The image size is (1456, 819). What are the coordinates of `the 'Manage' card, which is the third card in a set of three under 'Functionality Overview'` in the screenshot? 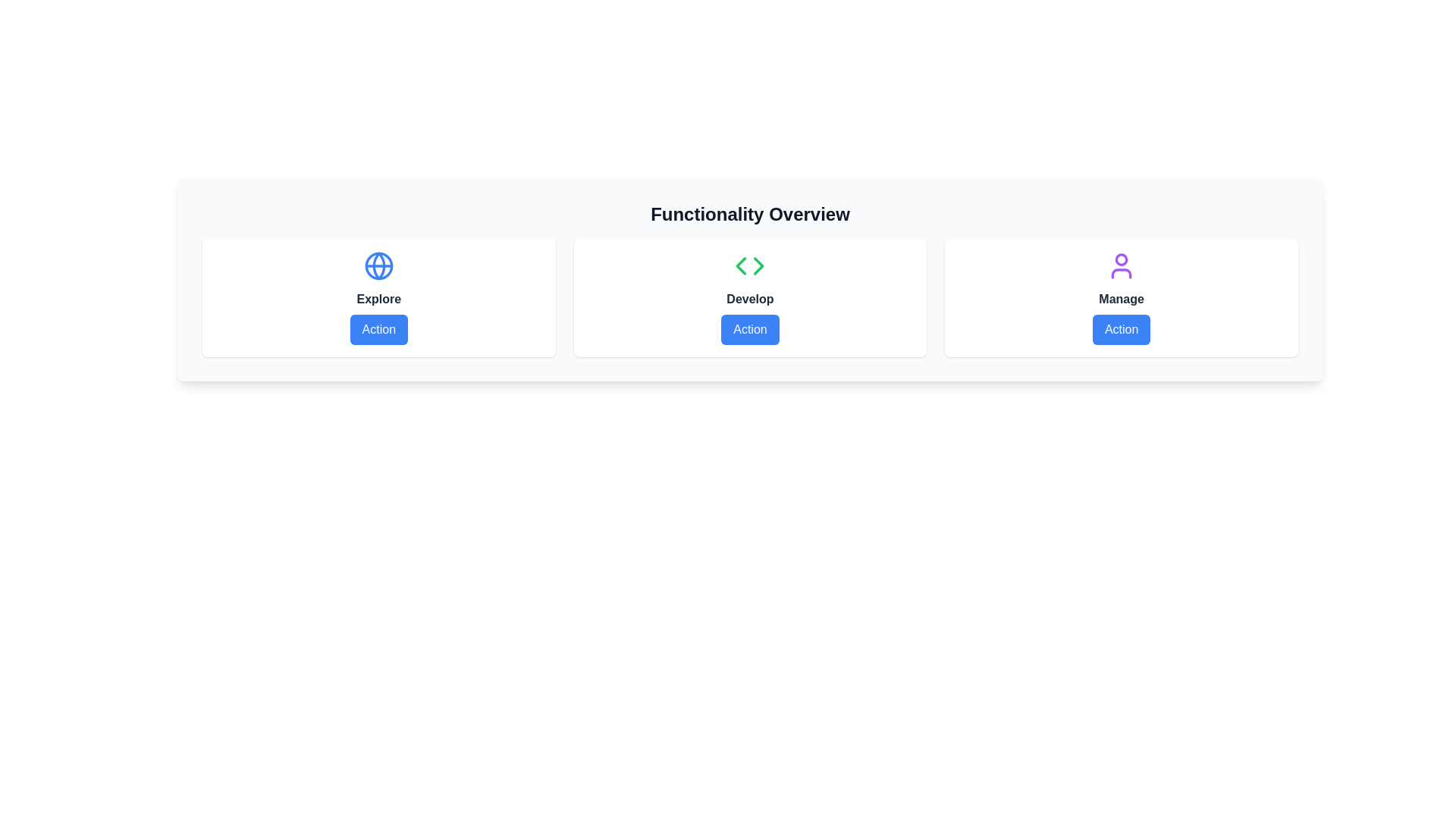 It's located at (1122, 298).